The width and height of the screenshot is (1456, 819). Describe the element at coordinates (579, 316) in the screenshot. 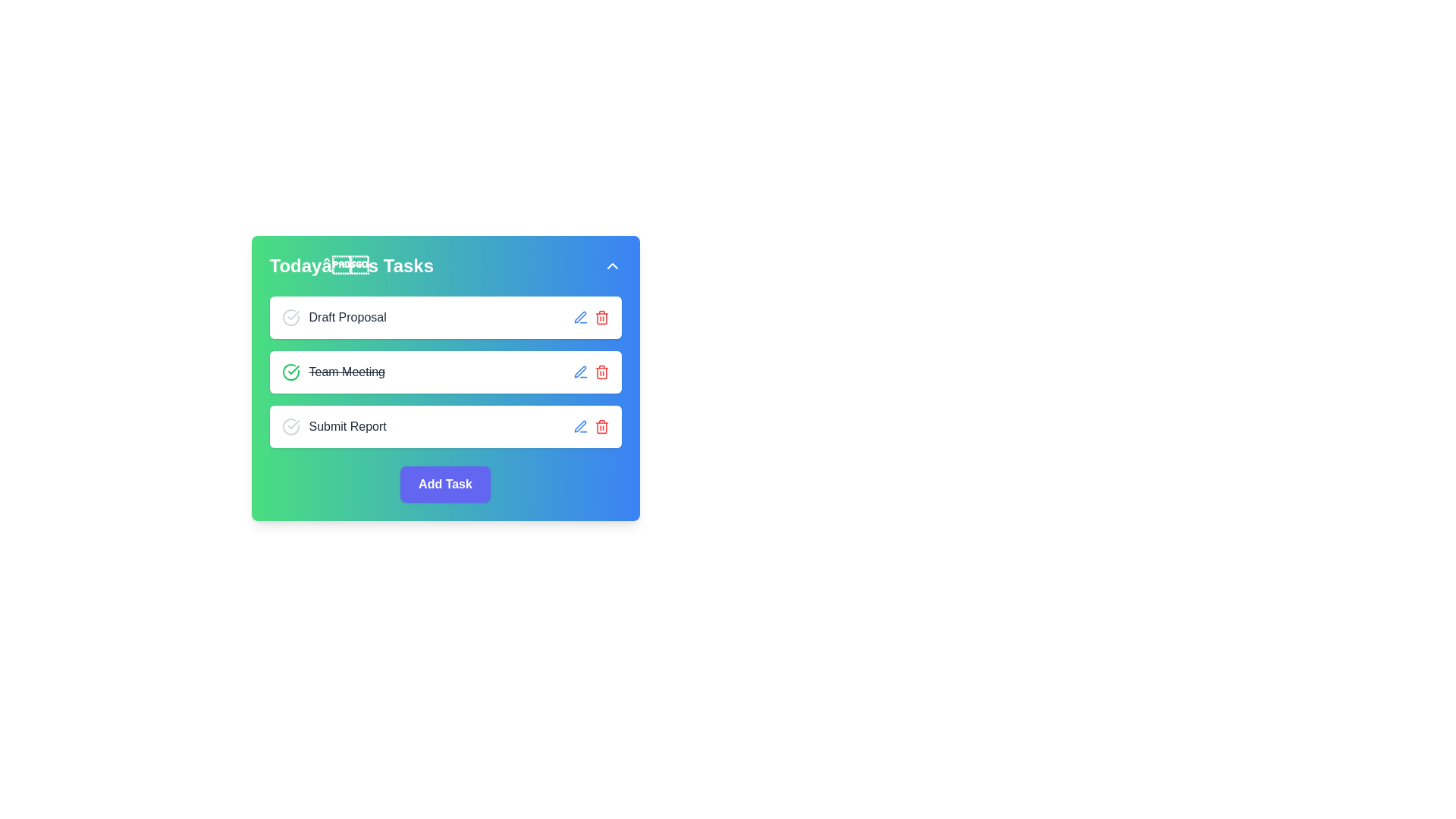

I see `the edit icon located to the right of the 'Team Meeting' task entry` at that location.